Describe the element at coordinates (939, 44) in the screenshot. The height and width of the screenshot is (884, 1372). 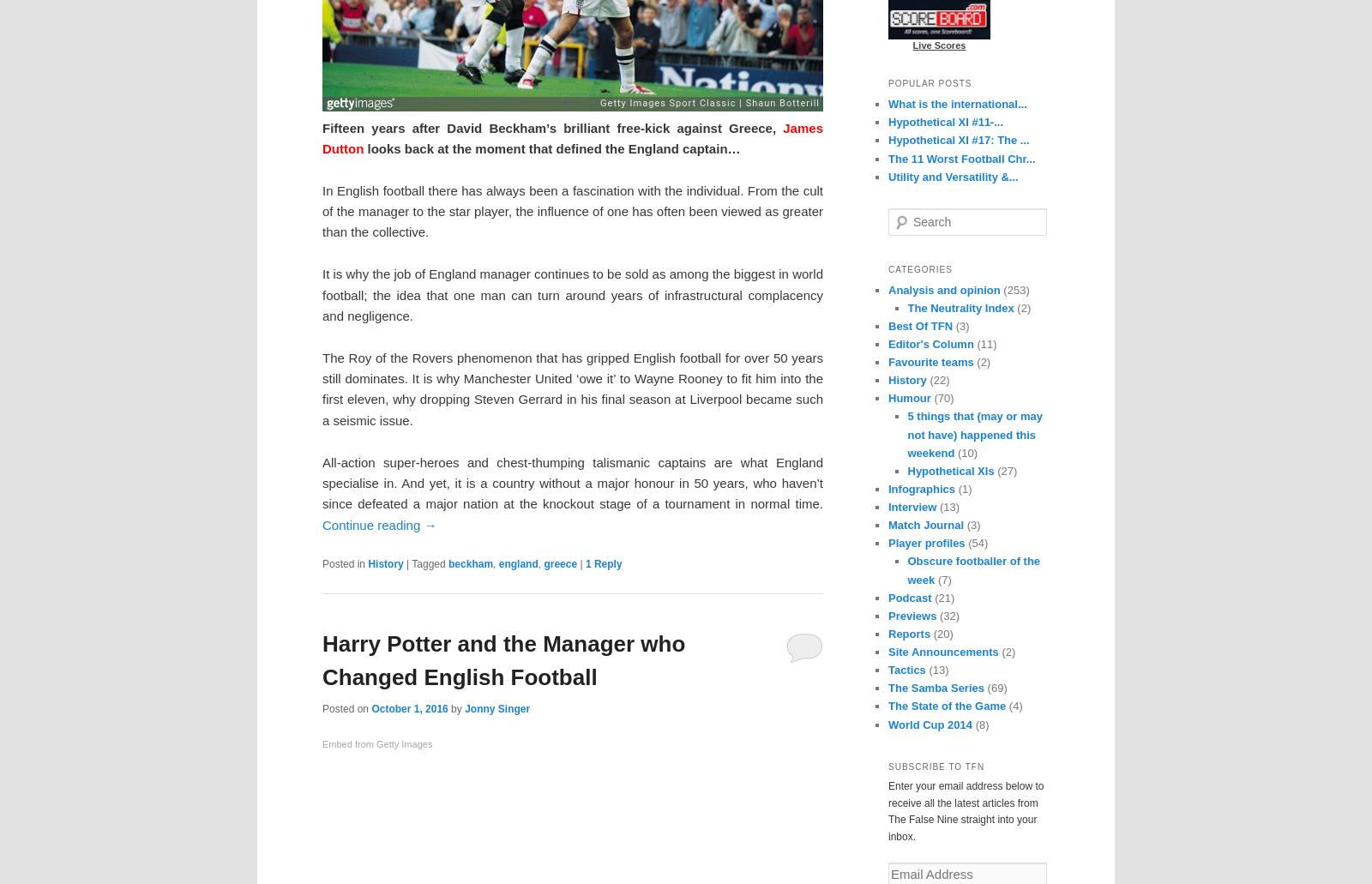
I see `'Live Scores'` at that location.